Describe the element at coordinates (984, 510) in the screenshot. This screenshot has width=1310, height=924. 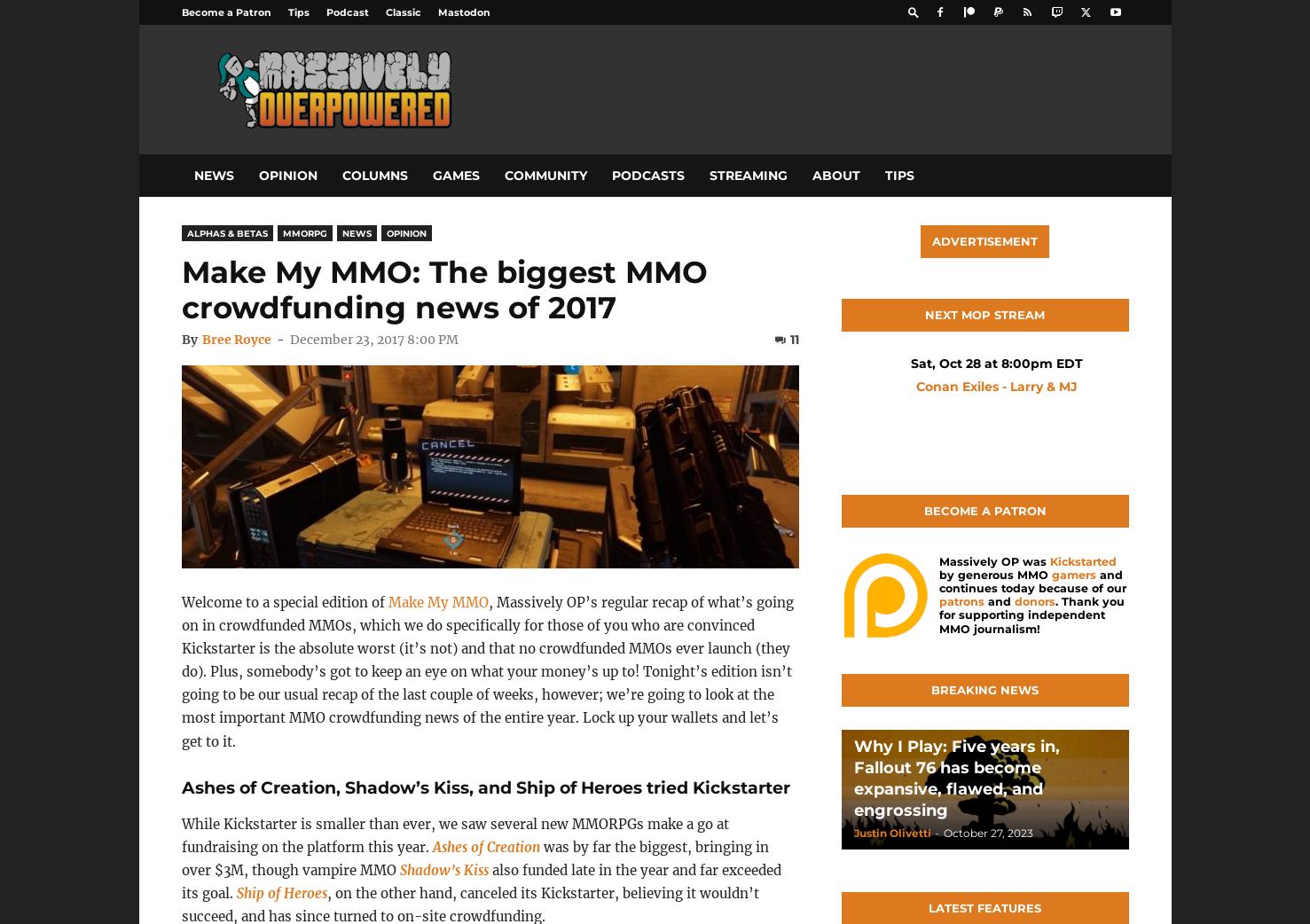
I see `'BECOME A PATRON'` at that location.